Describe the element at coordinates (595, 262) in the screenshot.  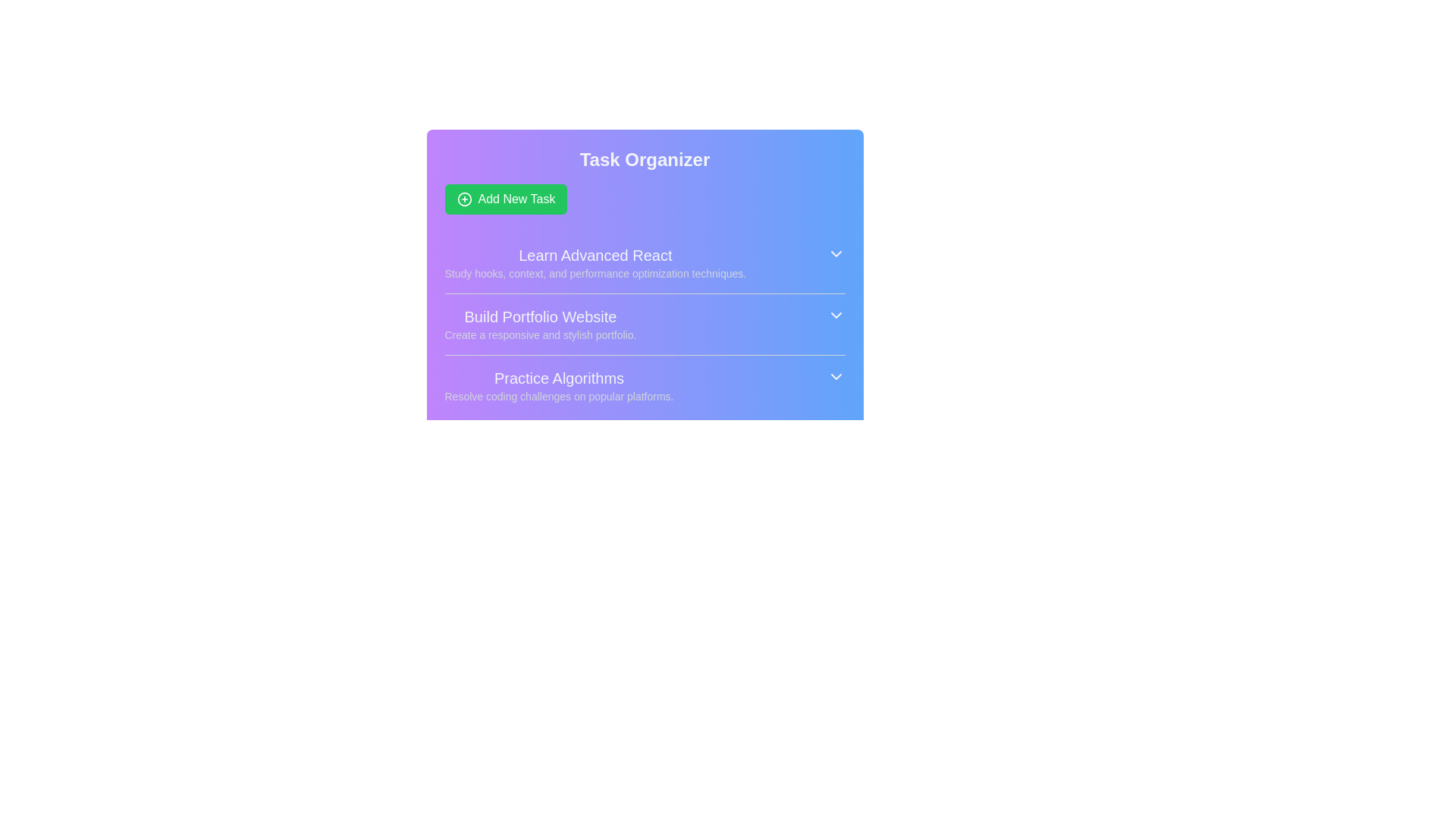
I see `the task title and description Text block located within the 'Task Organizer' floating card, which is positioned below the 'Add New Task' button to focus on it` at that location.